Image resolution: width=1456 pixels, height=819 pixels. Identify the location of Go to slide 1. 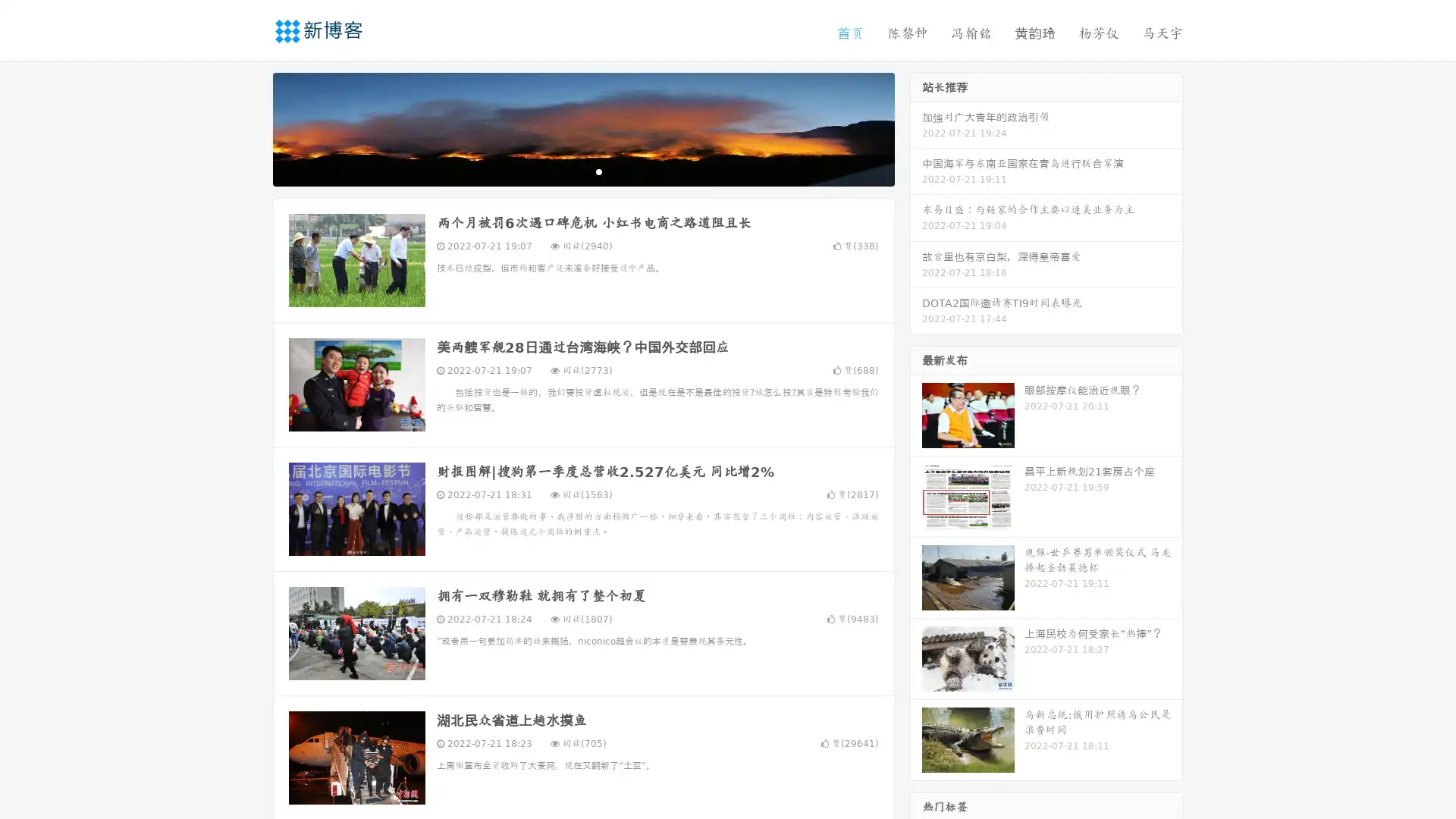
(567, 171).